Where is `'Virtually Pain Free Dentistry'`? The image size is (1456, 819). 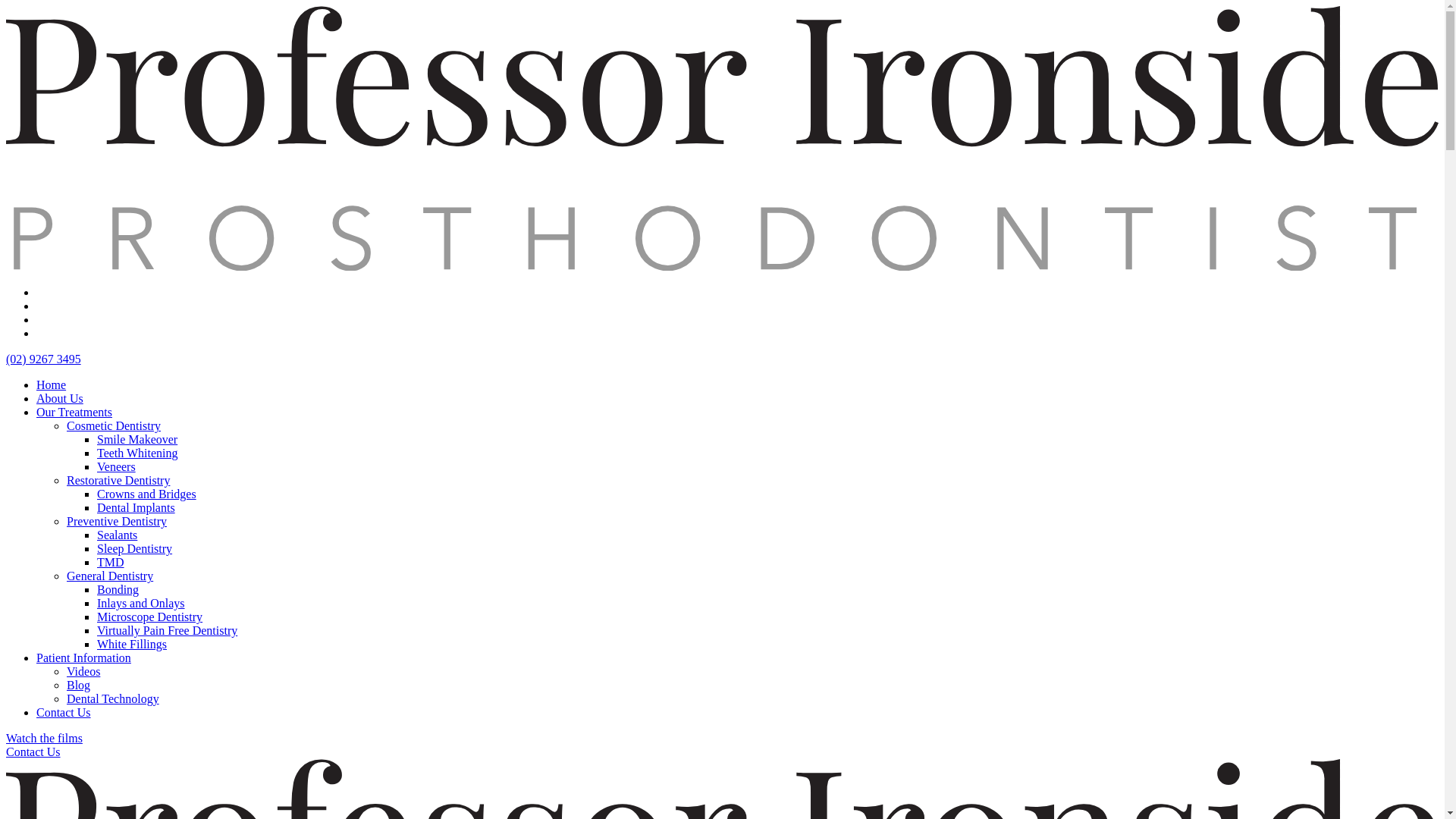
'Virtually Pain Free Dentistry' is located at coordinates (167, 630).